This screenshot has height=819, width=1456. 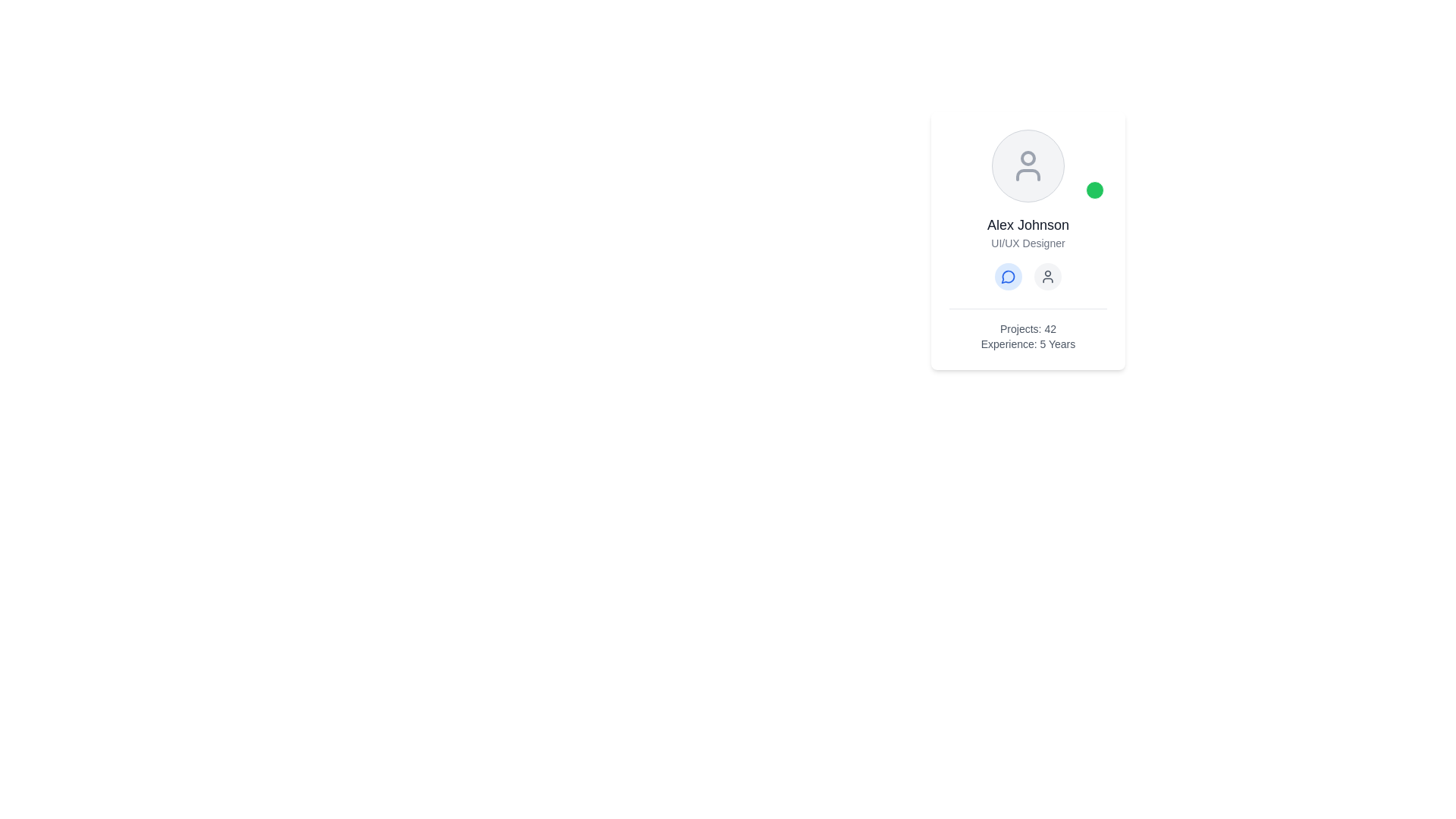 What do you see at coordinates (1028, 174) in the screenshot?
I see `the Decorative icon located within the user profile card, positioned below the circular outline of the avatar icon` at bounding box center [1028, 174].